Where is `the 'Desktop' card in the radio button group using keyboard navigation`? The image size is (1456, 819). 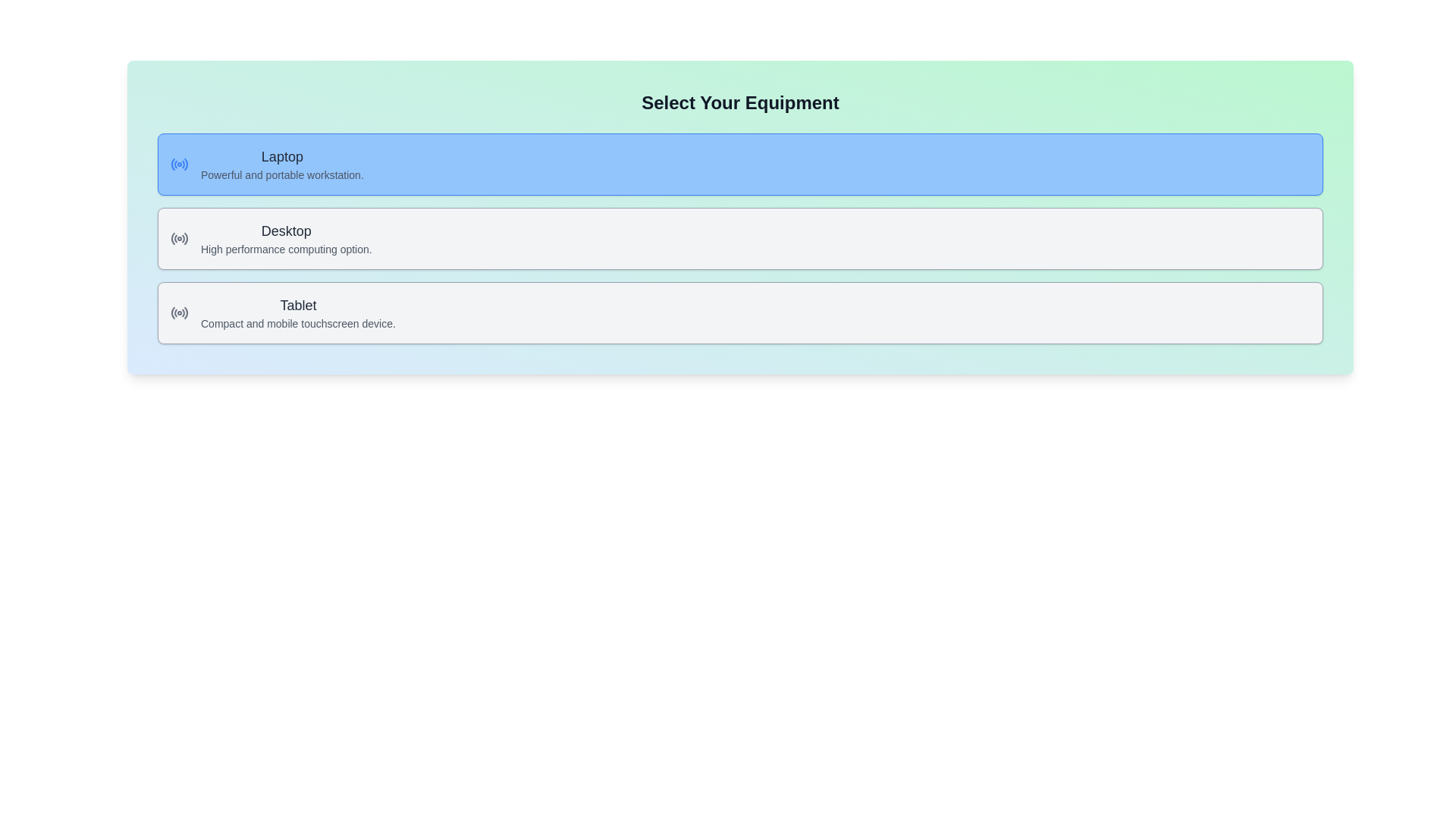 the 'Desktop' card in the radio button group using keyboard navigation is located at coordinates (740, 239).